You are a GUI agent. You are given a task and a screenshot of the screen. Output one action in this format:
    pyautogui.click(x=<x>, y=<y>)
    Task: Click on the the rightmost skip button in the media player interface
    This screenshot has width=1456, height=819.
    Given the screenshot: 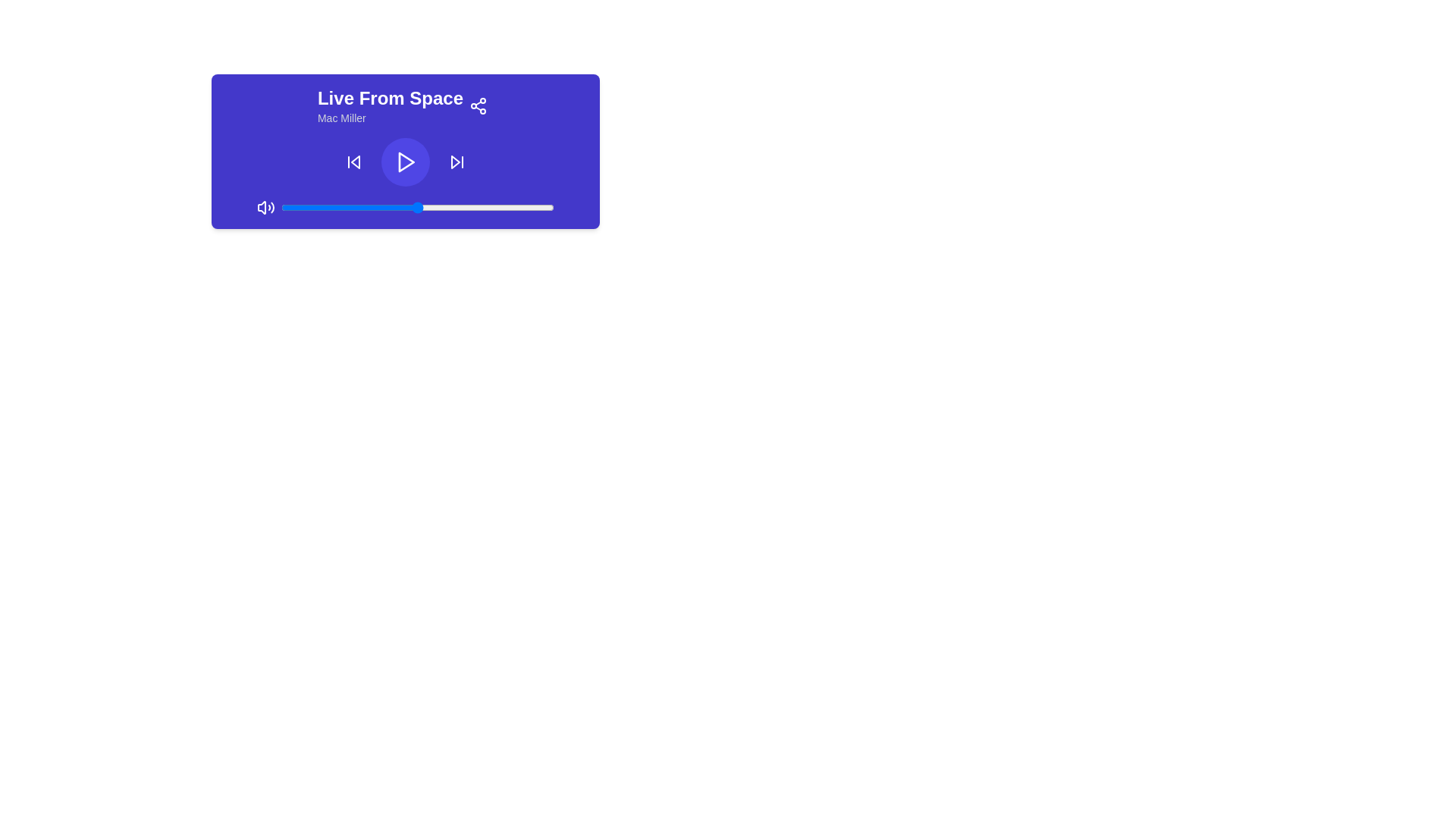 What is the action you would take?
    pyautogui.click(x=457, y=162)
    